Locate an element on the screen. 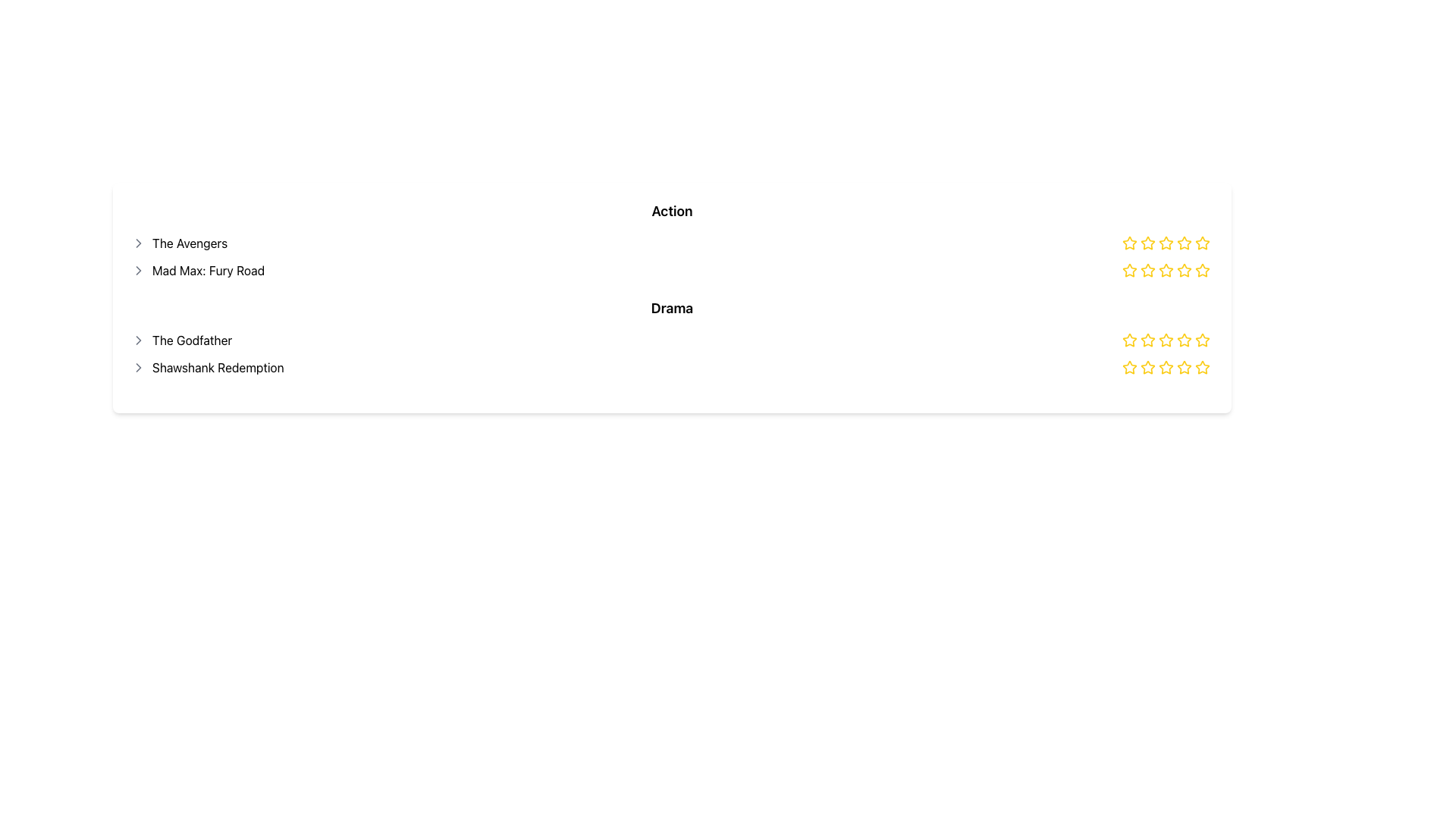 This screenshot has height=819, width=1456. the first Rating Star Icon in the row of star icons for the 'Shawshank Redemption' item in the 'Drama' category is located at coordinates (1129, 368).